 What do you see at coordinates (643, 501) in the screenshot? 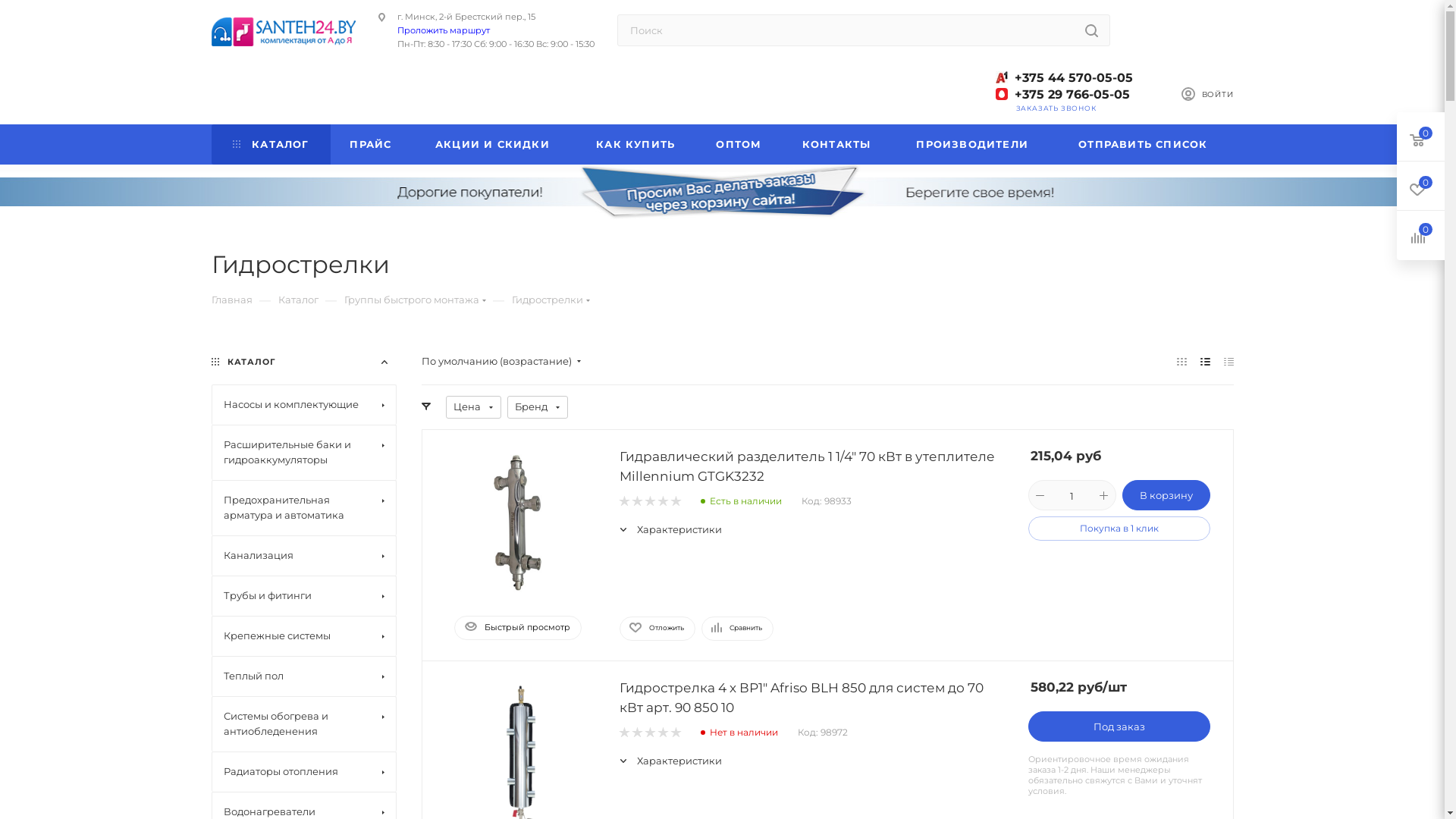
I see `'3'` at bounding box center [643, 501].